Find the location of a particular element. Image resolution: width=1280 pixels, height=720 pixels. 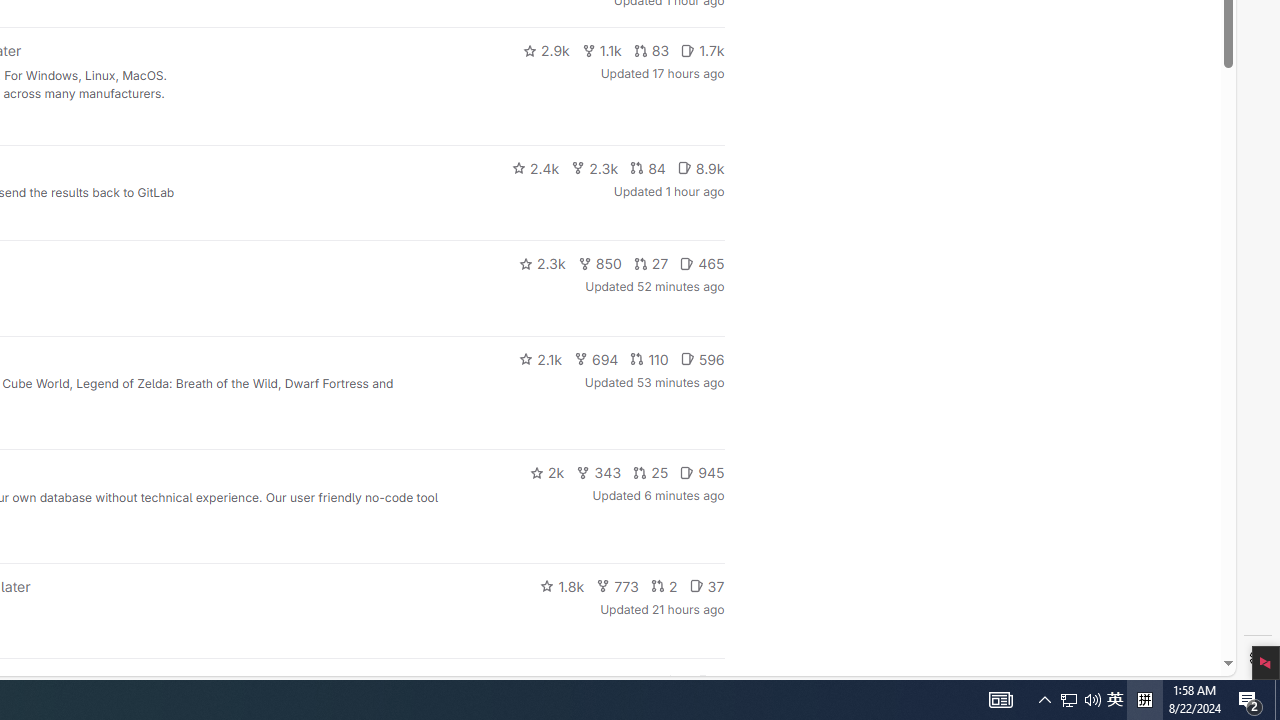

'694' is located at coordinates (595, 357).